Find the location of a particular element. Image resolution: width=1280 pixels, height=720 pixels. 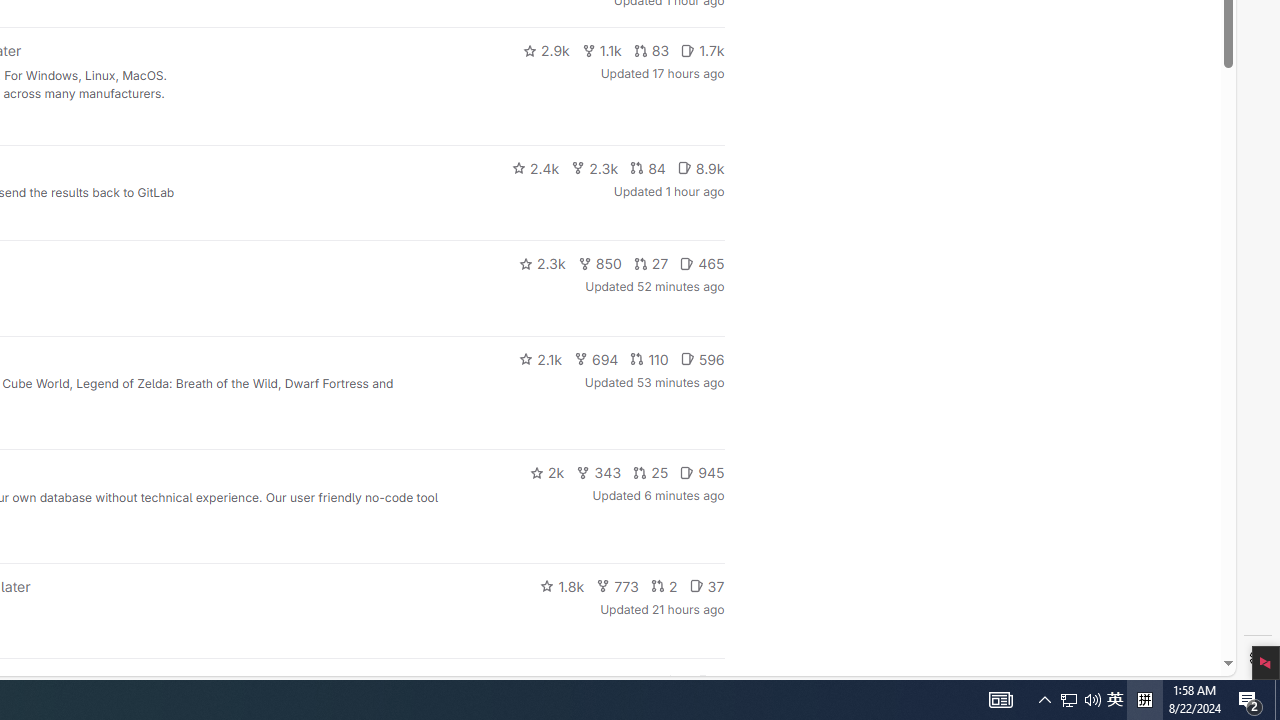

'694' is located at coordinates (595, 357).